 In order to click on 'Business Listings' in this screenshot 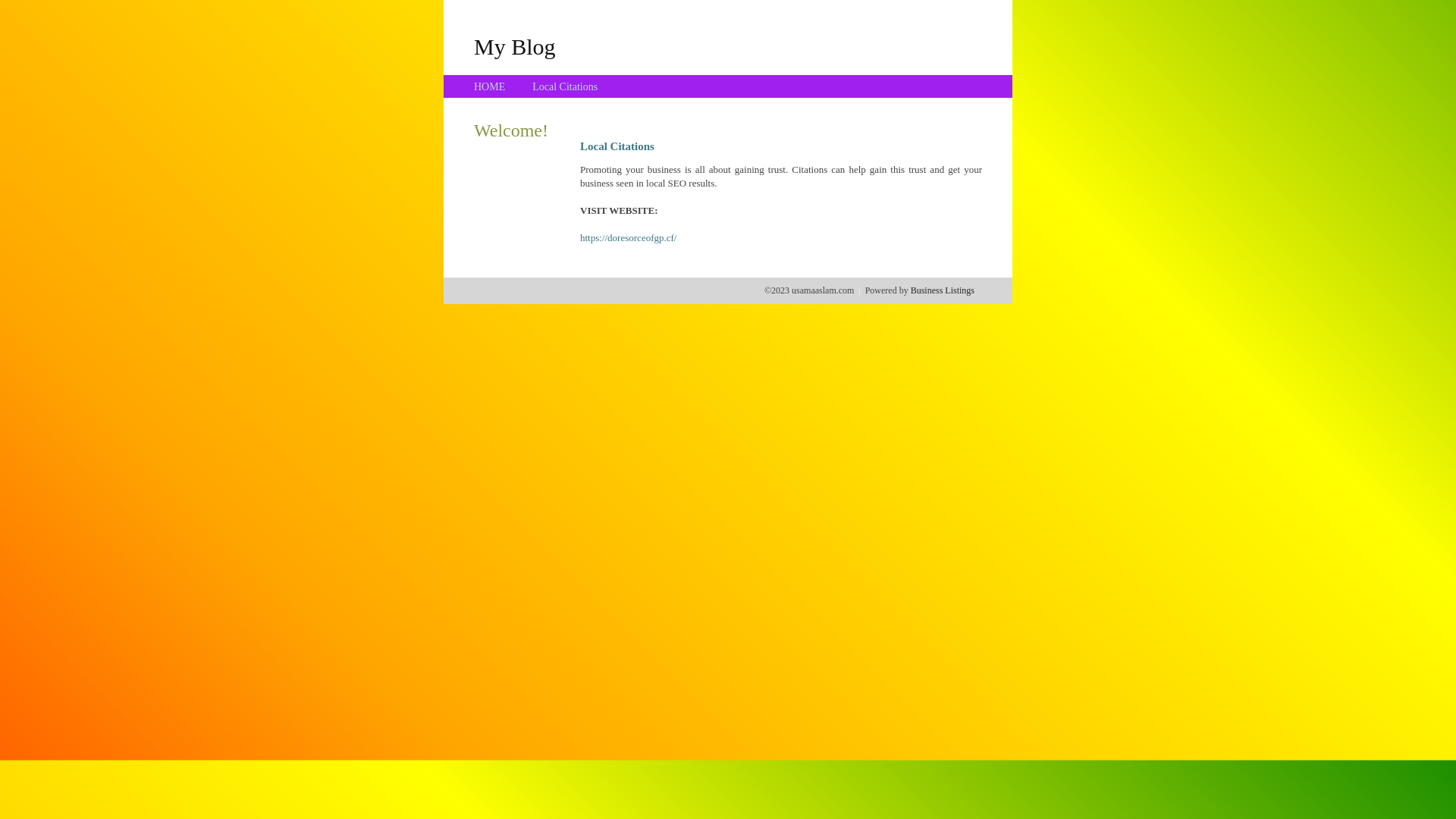, I will do `click(910, 290)`.